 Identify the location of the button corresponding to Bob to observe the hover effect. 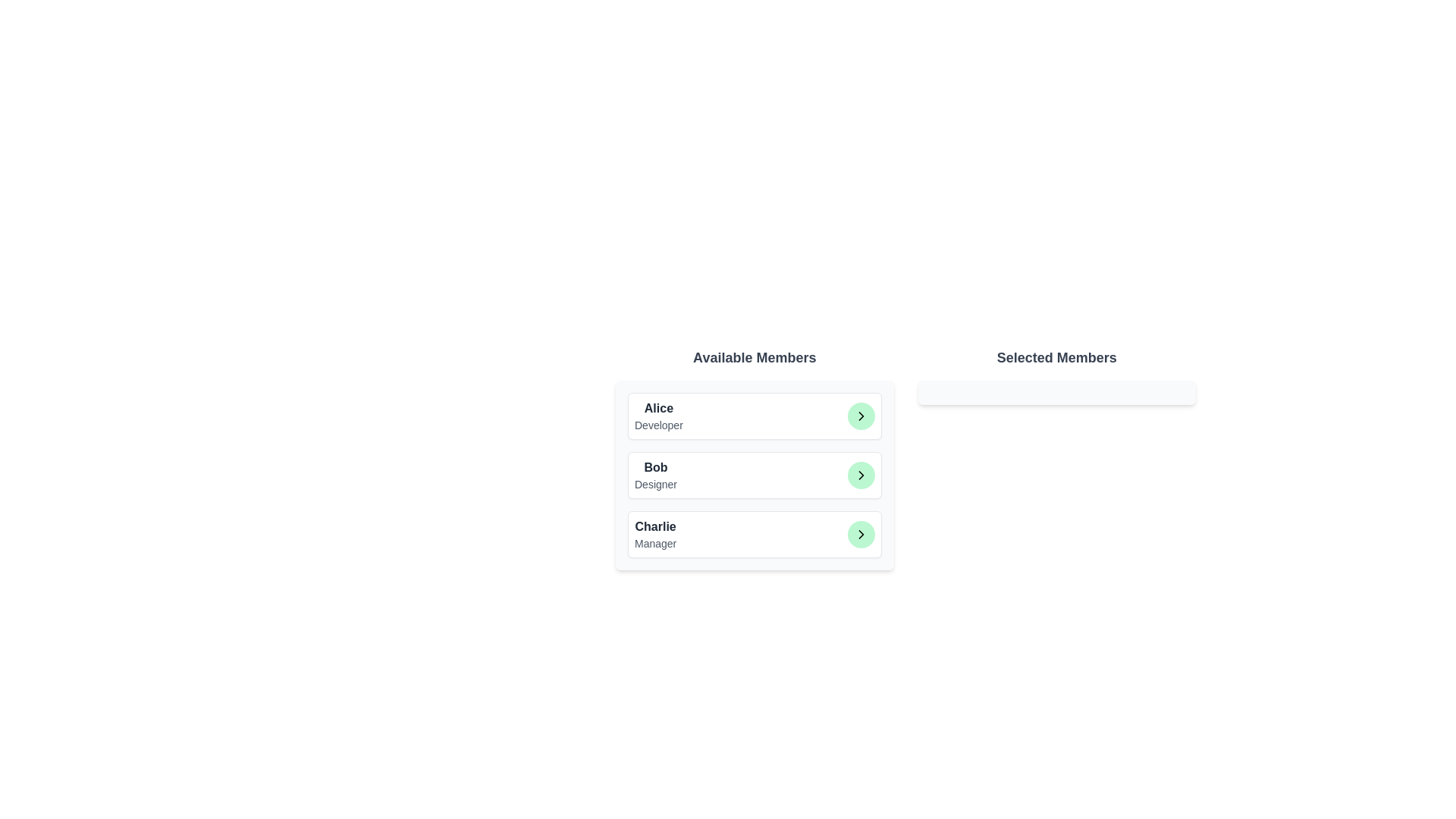
(861, 475).